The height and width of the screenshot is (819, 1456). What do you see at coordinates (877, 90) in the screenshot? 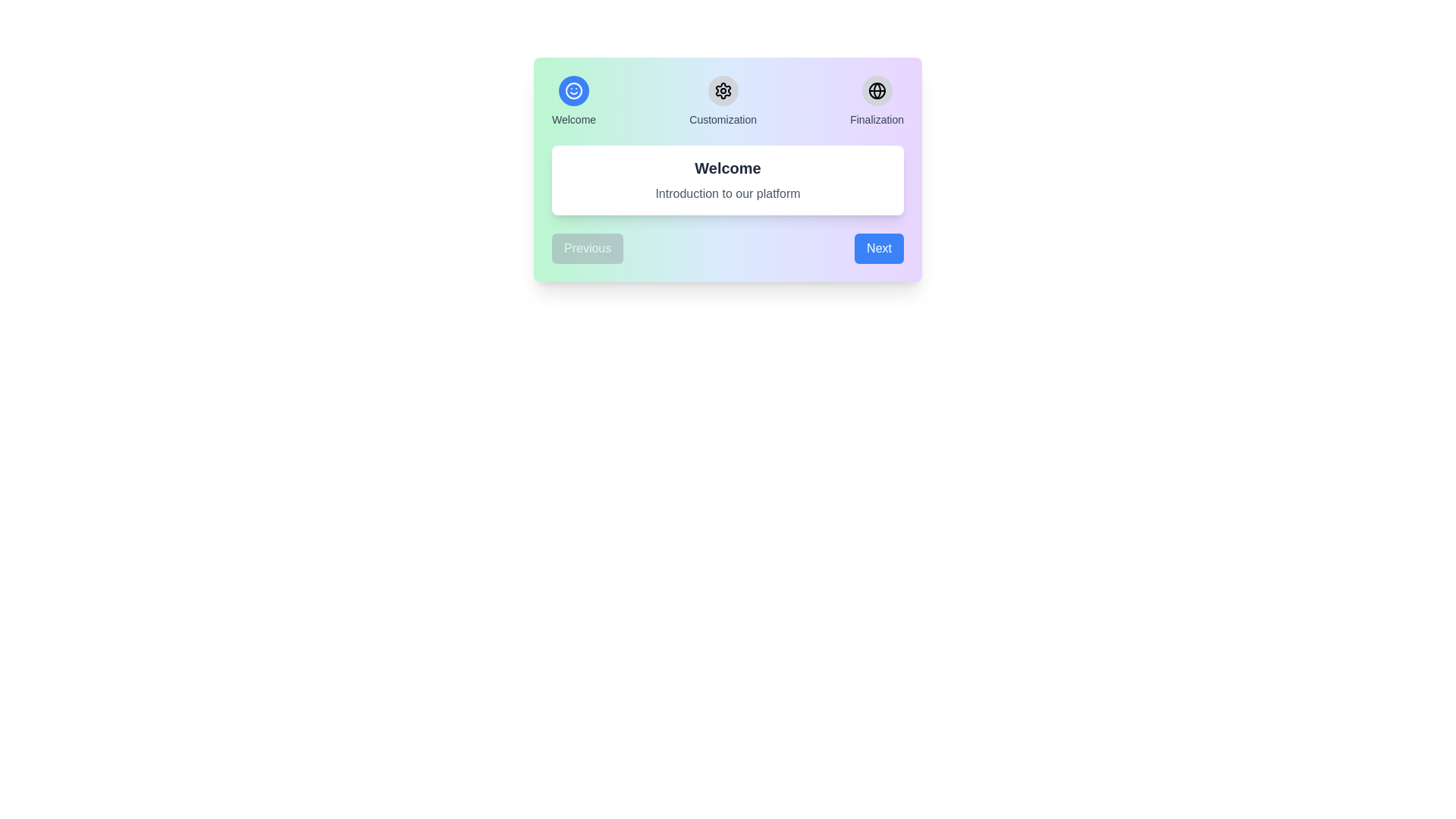
I see `the content associated with the Finalization icon` at bounding box center [877, 90].